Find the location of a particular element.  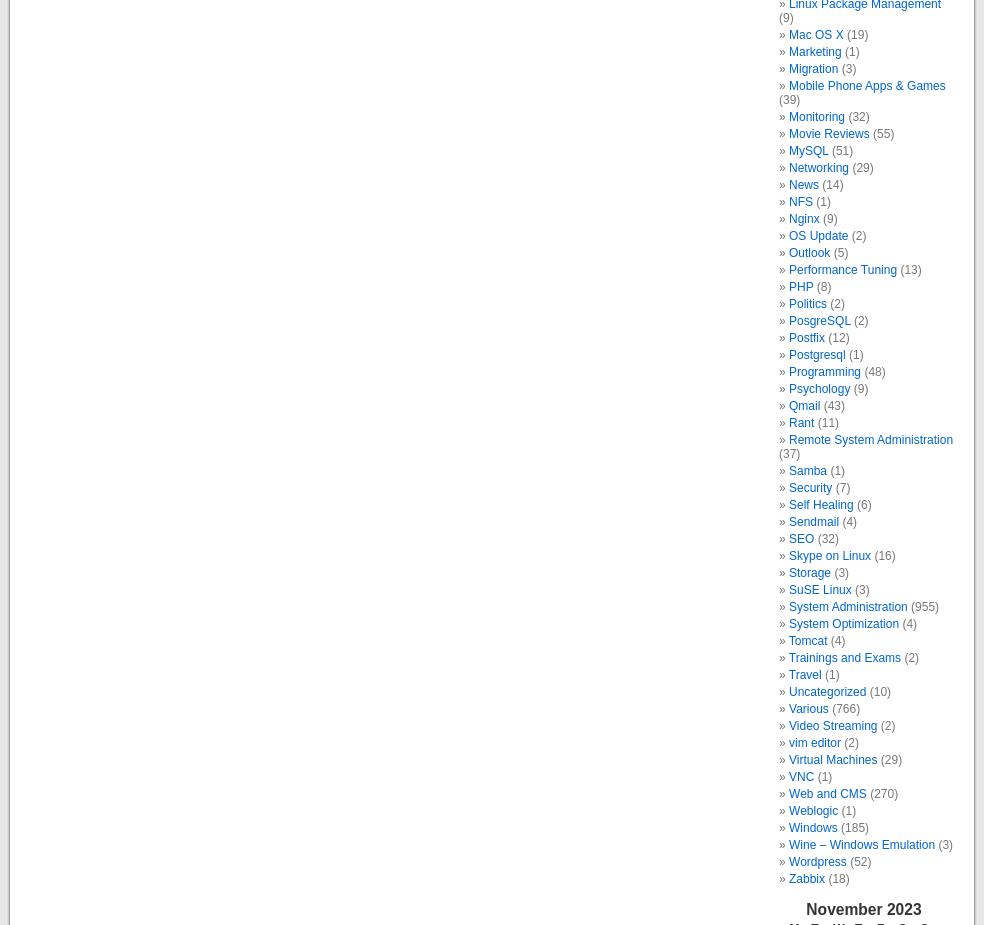

'(37)' is located at coordinates (788, 452).